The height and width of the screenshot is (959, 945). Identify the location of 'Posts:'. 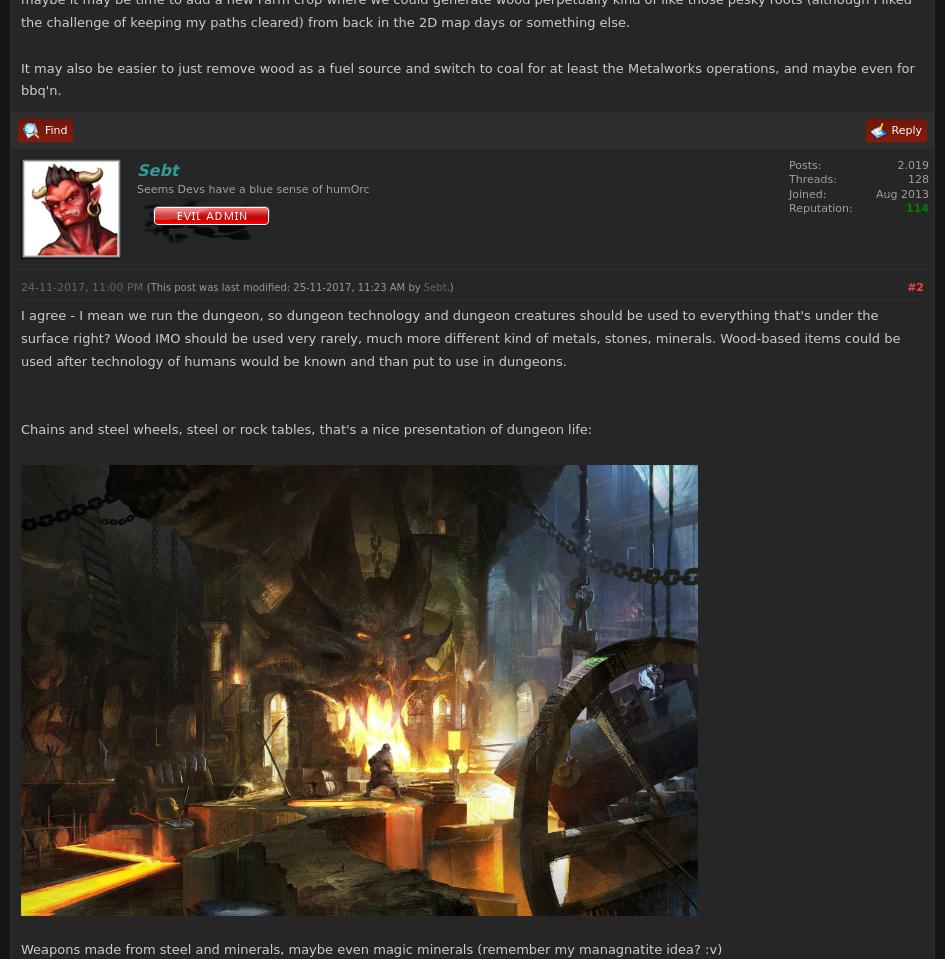
(787, 164).